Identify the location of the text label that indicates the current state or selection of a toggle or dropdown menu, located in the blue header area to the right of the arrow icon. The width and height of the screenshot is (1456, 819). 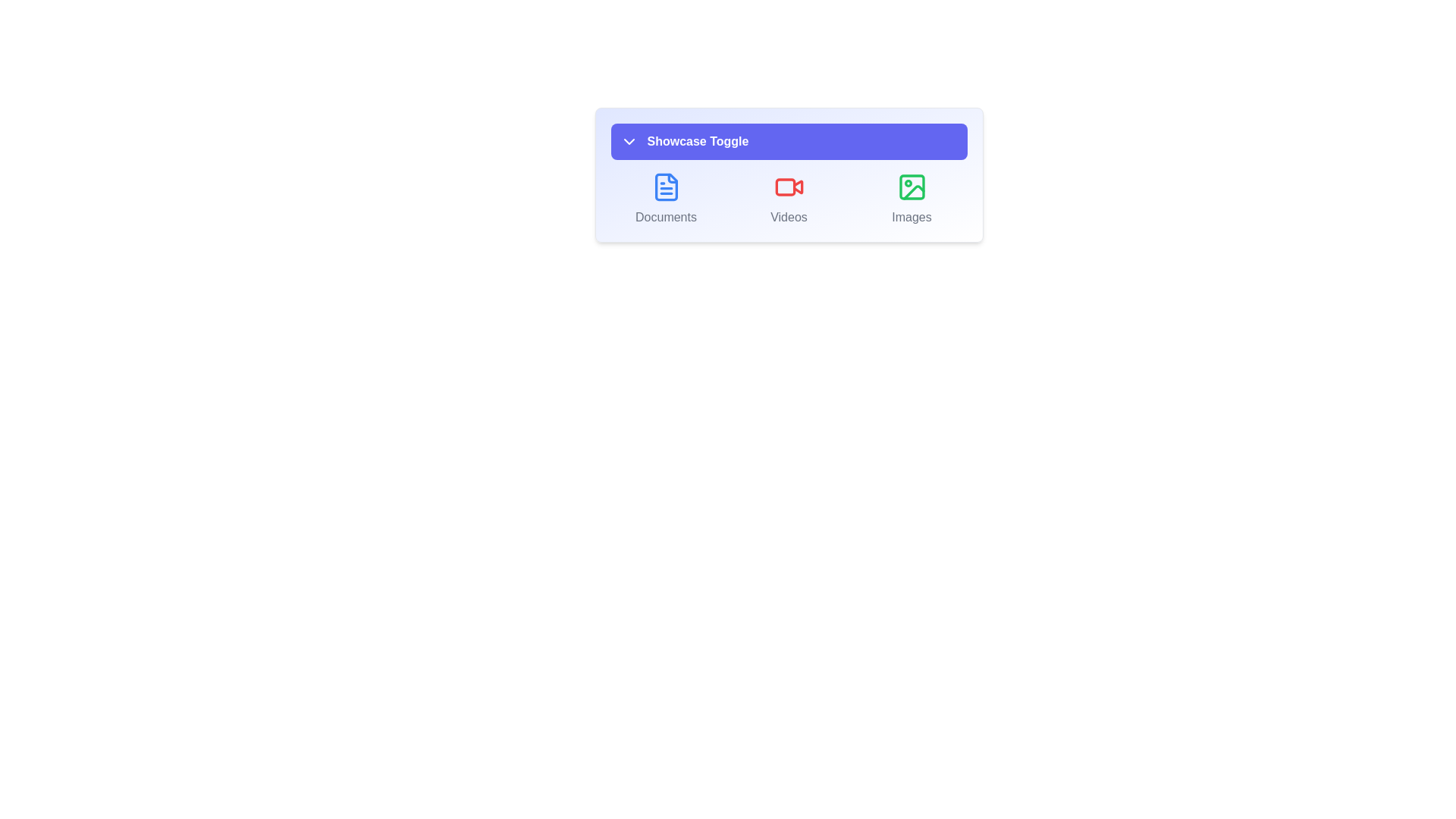
(697, 141).